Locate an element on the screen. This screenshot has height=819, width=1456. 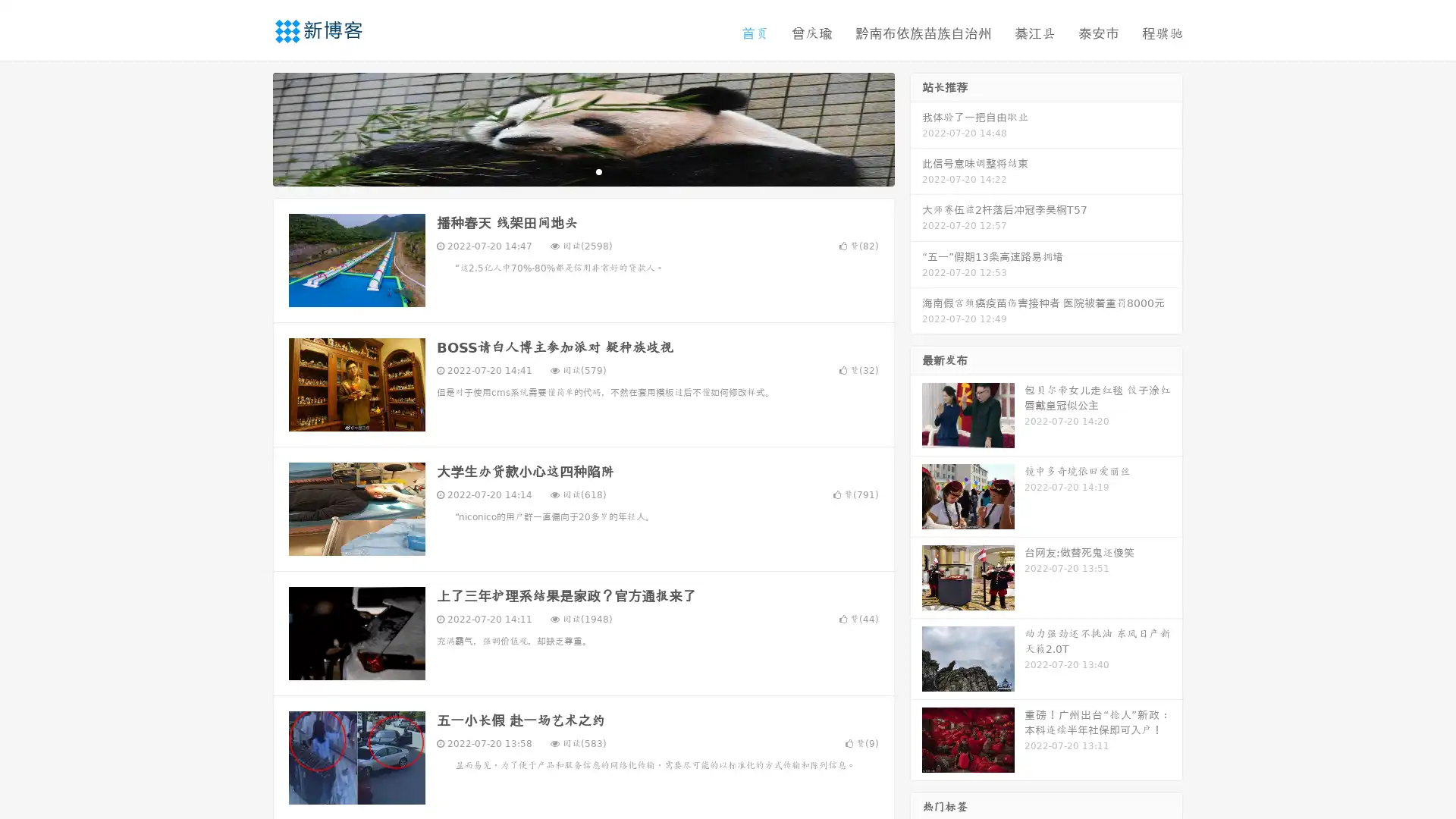
Go to slide 1 is located at coordinates (567, 171).